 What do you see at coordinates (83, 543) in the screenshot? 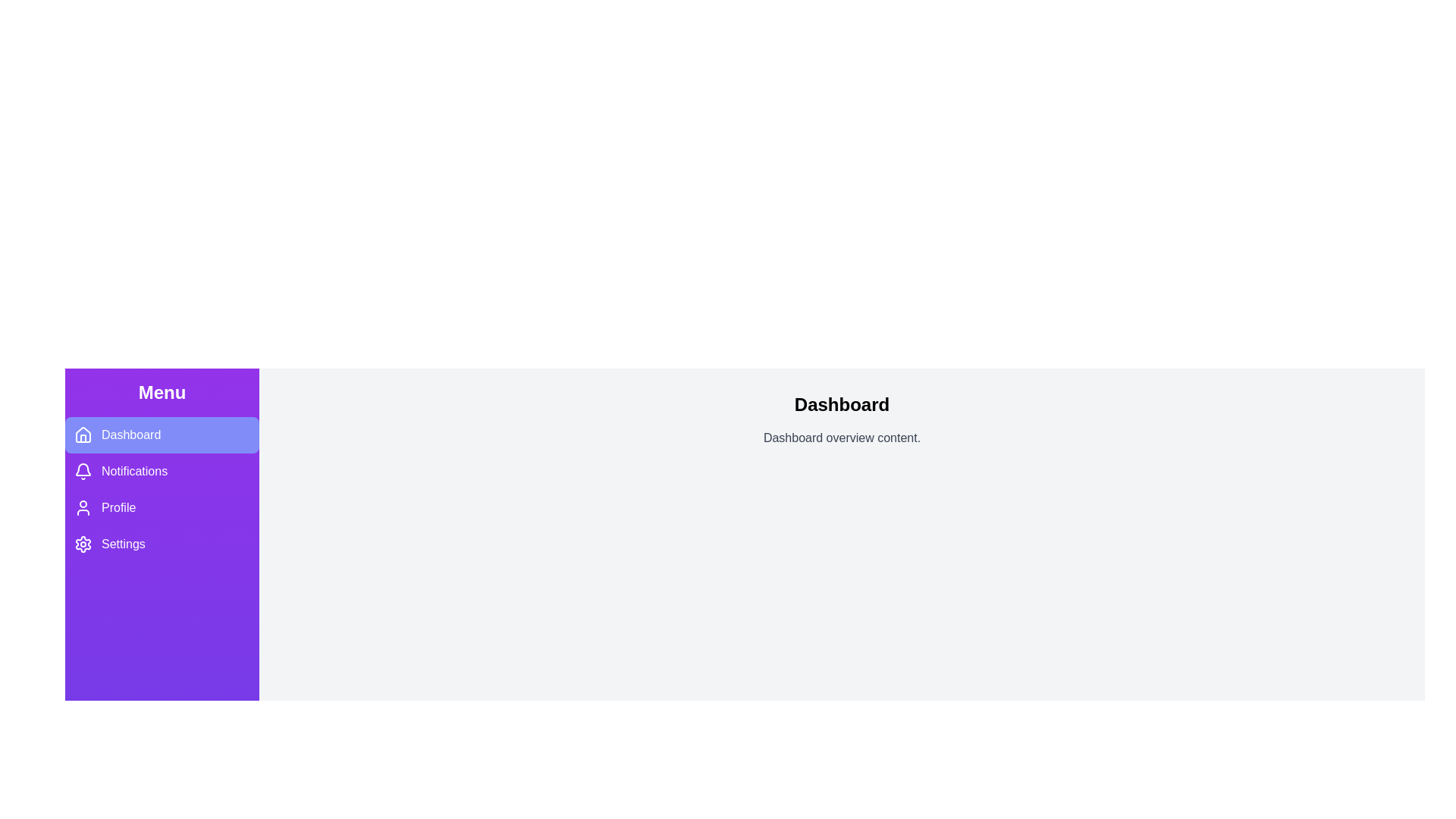
I see `the gear icon associated with settings in the vertical sidebar menu` at bounding box center [83, 543].